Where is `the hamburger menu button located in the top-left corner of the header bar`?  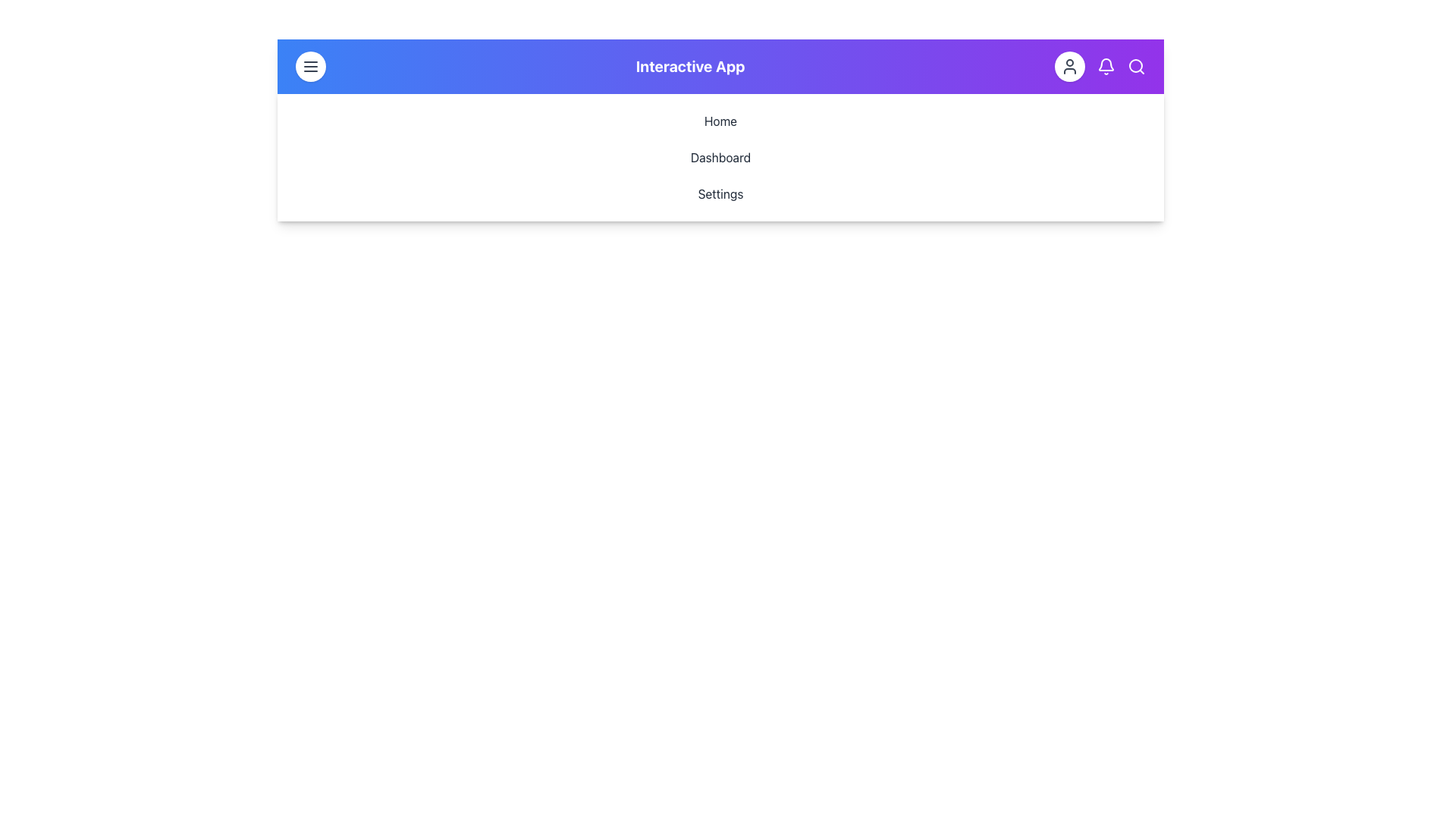
the hamburger menu button located in the top-left corner of the header bar is located at coordinates (309, 66).